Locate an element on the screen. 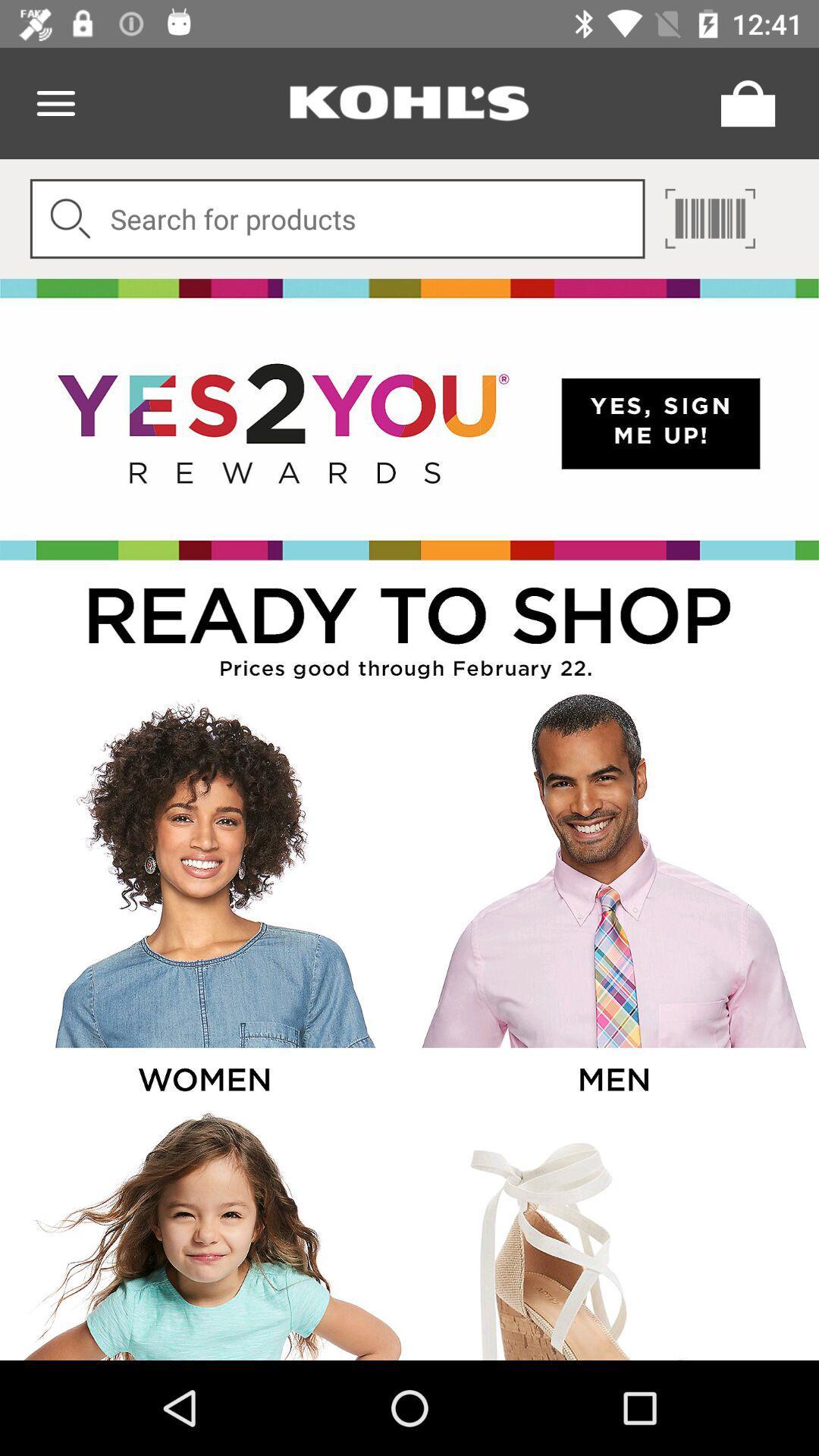 The width and height of the screenshot is (819, 1456). sign up in kohl 's button is located at coordinates (409, 419).